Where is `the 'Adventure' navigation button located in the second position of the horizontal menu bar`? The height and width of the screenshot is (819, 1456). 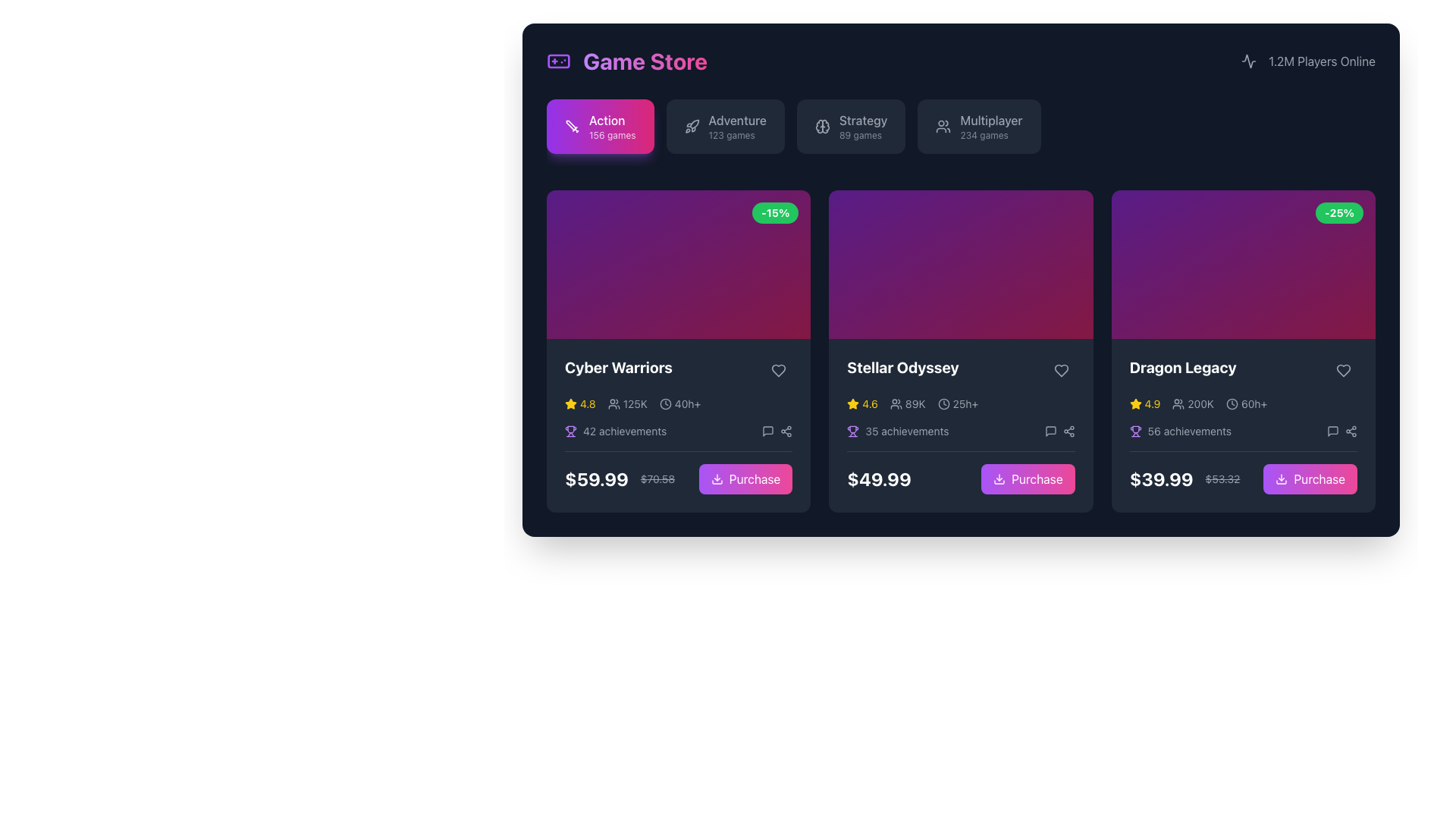 the 'Adventure' navigation button located in the second position of the horizontal menu bar is located at coordinates (724, 125).